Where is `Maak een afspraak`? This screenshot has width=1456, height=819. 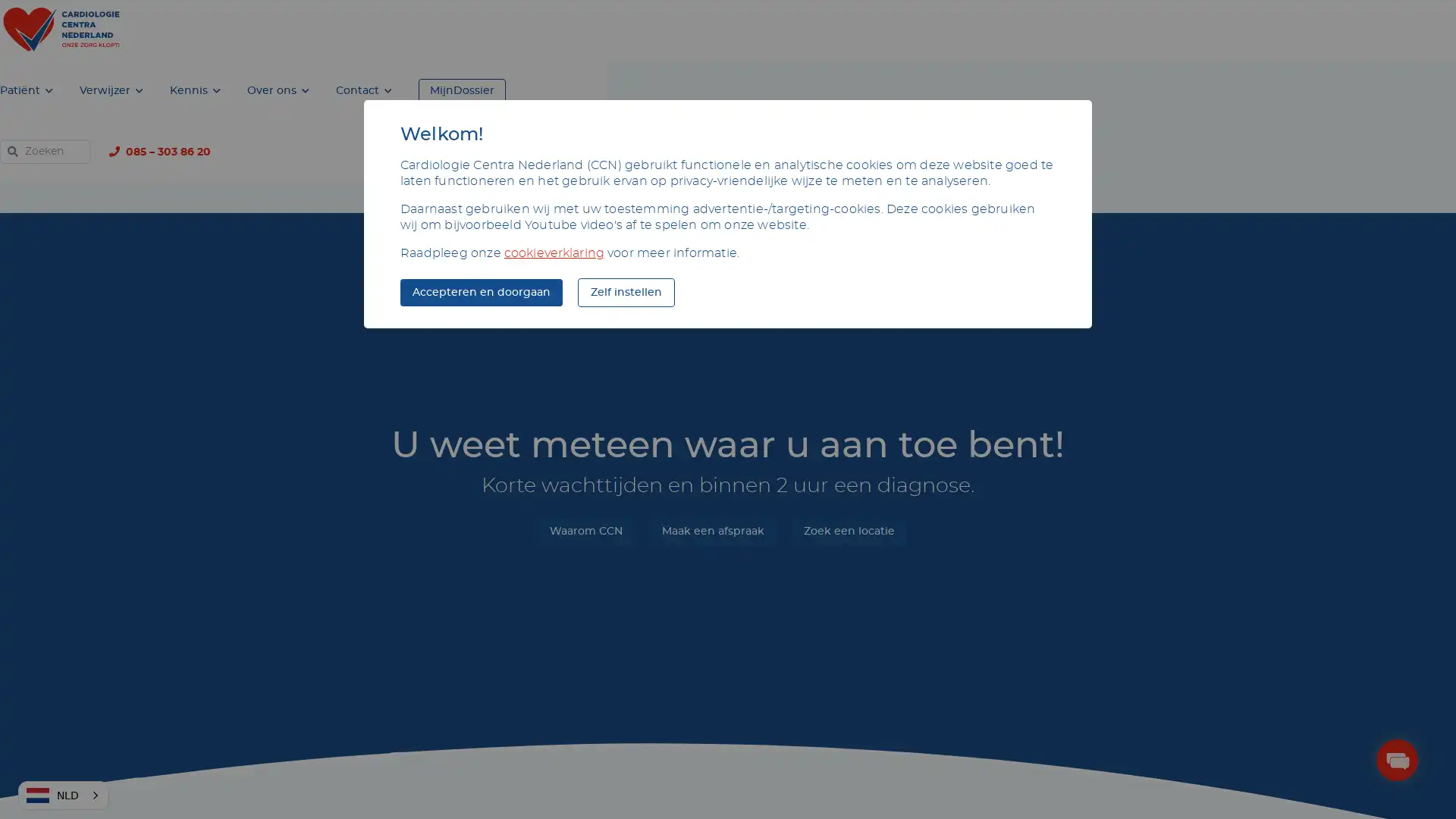
Maak een afspraak is located at coordinates (711, 469).